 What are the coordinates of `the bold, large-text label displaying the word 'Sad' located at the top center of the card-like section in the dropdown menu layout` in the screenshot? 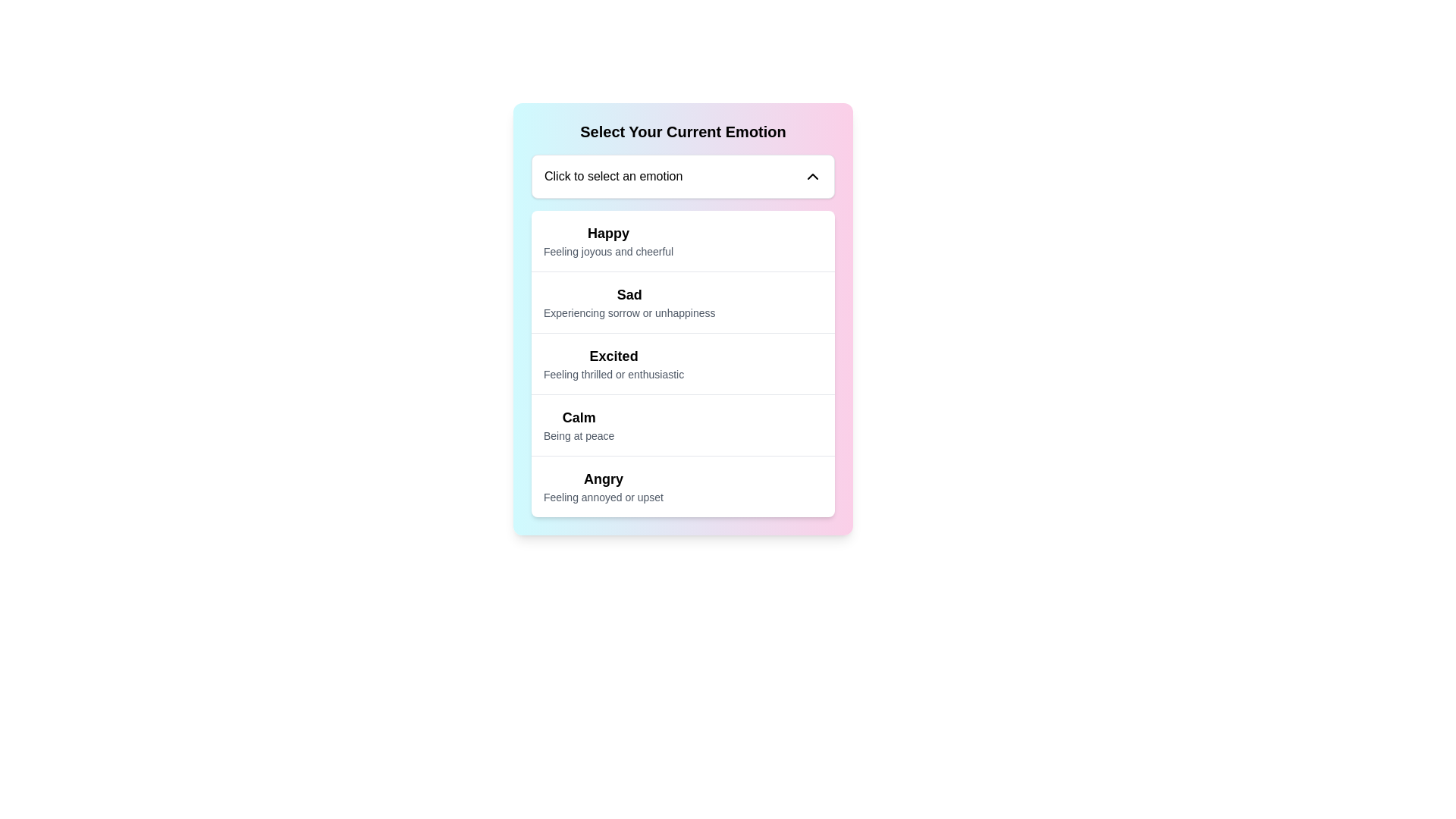 It's located at (629, 295).